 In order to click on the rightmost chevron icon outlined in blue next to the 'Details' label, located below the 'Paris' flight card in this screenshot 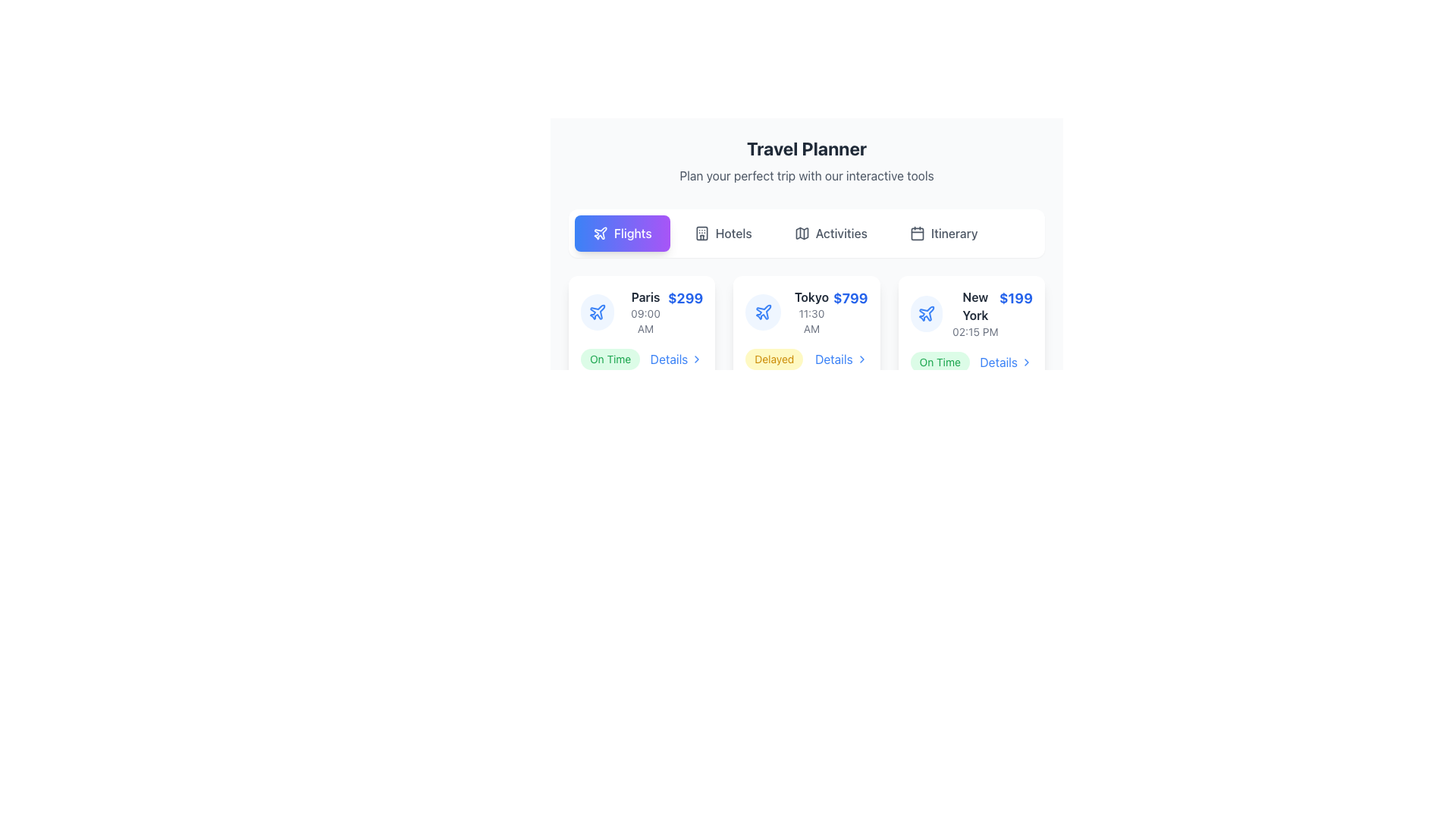, I will do `click(696, 359)`.